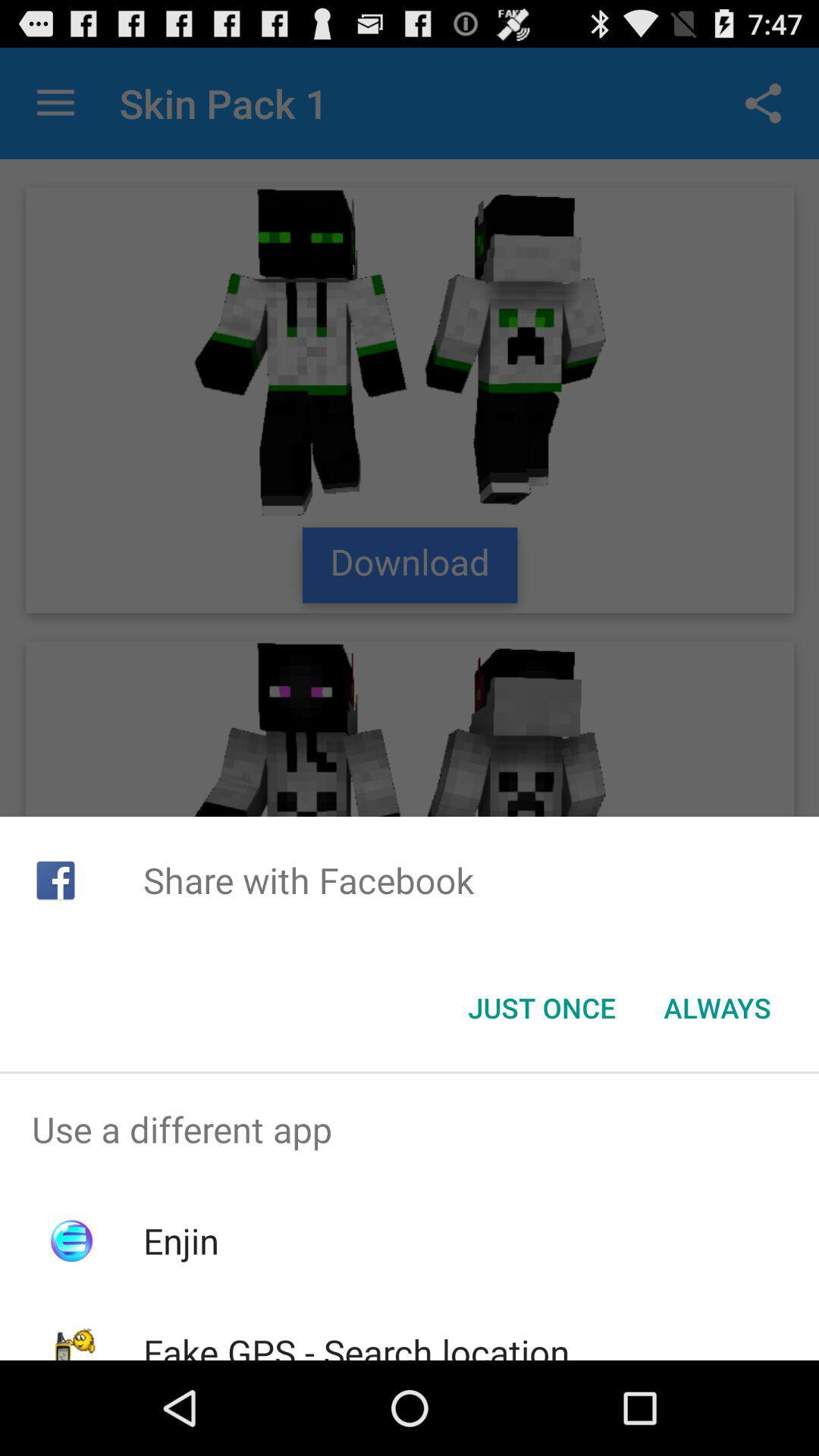  Describe the element at coordinates (717, 1008) in the screenshot. I see `the always item` at that location.